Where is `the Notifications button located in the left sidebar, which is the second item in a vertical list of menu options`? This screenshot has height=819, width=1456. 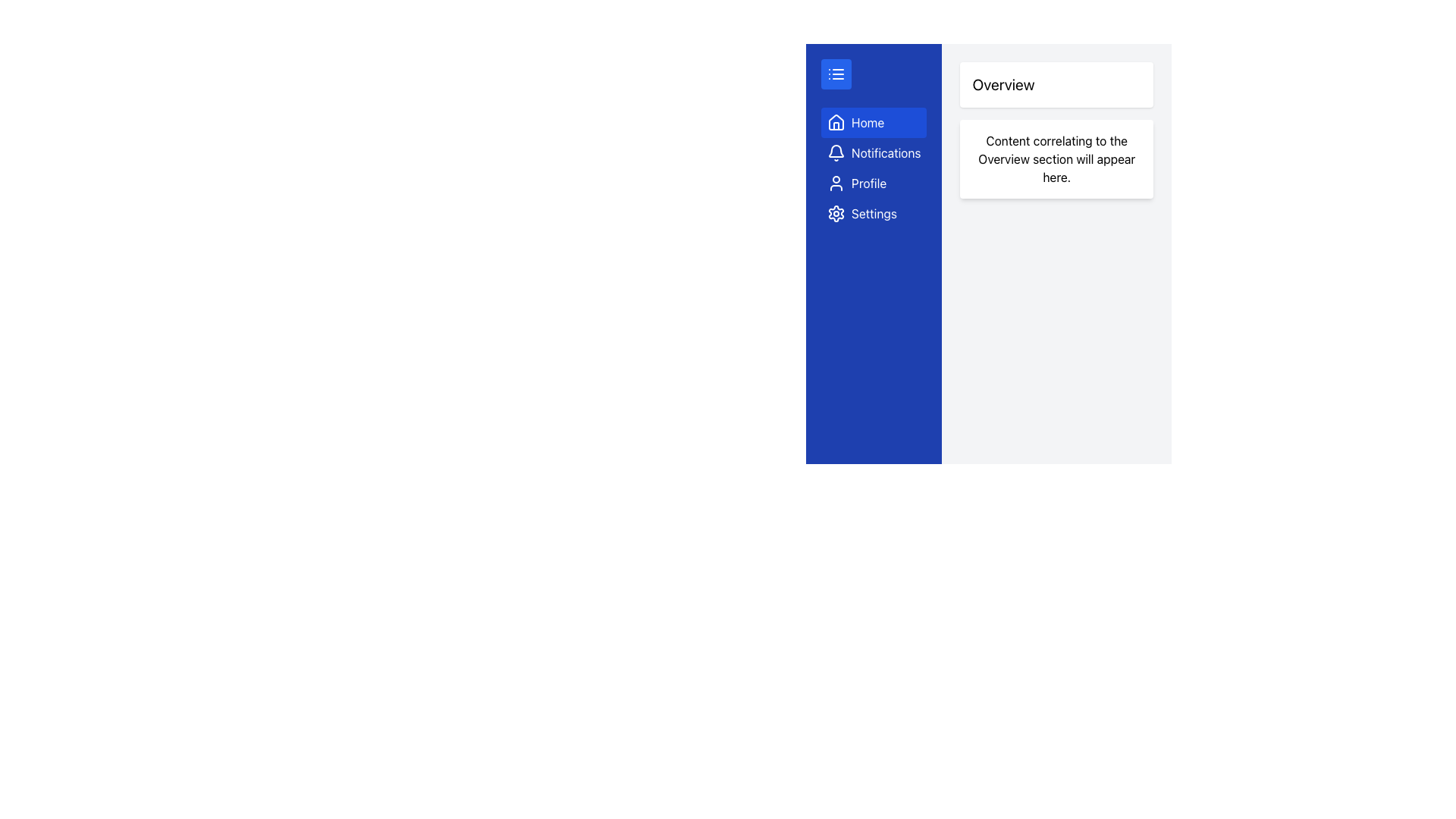
the Notifications button located in the left sidebar, which is the second item in a vertical list of menu options is located at coordinates (874, 168).